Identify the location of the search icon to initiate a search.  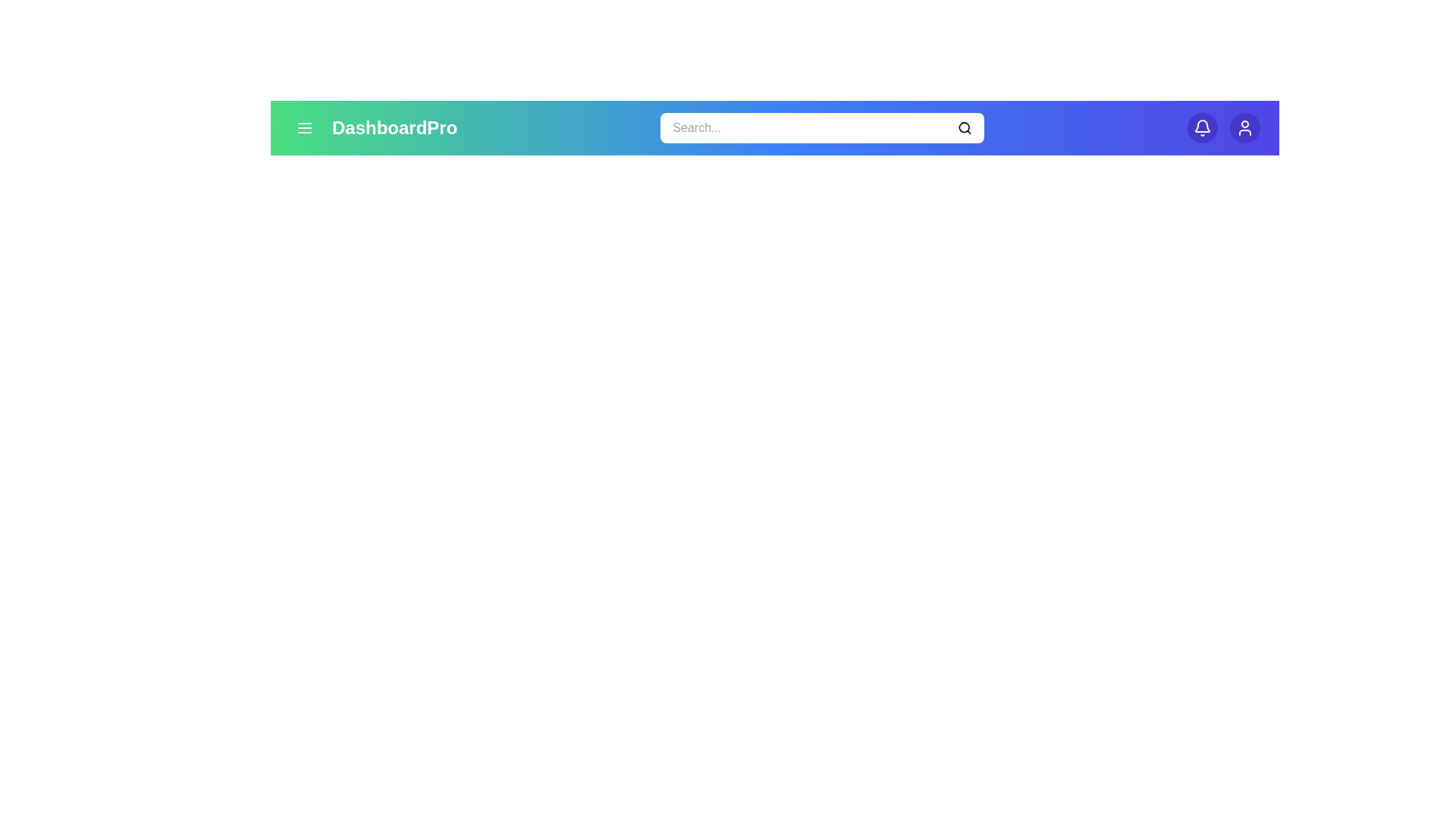
(964, 127).